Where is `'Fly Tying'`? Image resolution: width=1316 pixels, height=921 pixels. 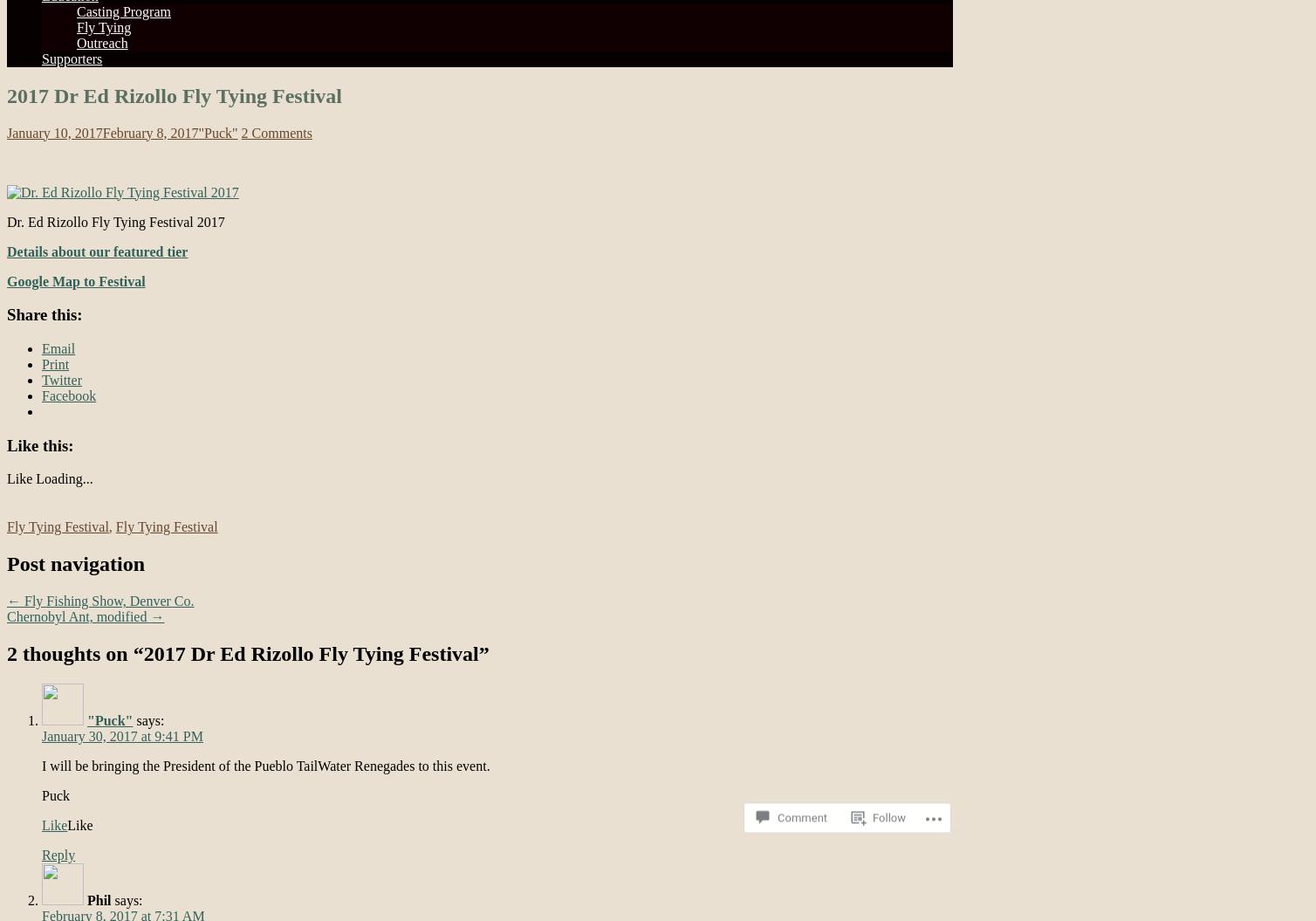 'Fly Tying' is located at coordinates (103, 26).